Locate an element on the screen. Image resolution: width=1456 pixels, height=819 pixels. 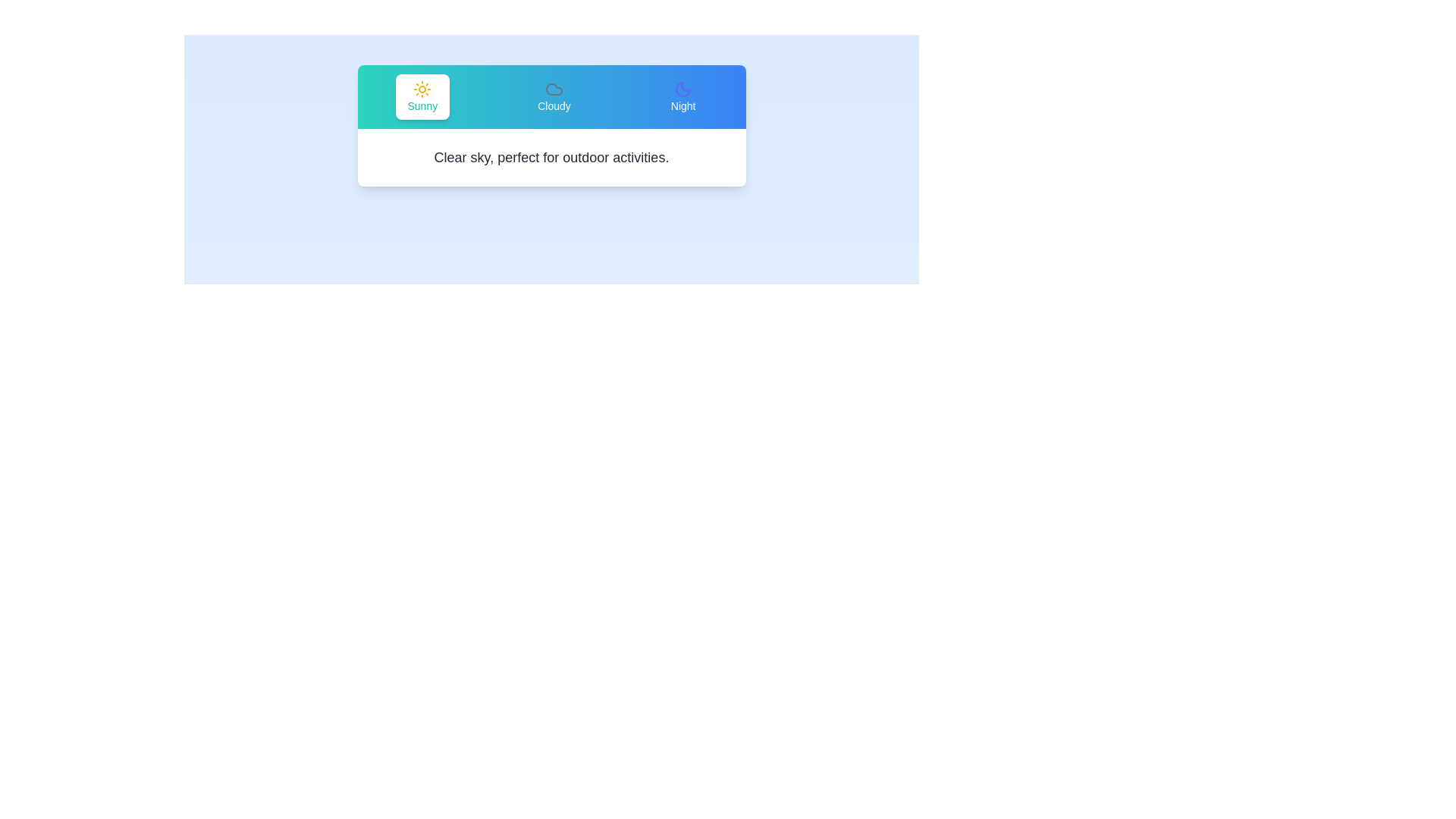
the Cloudy tab is located at coordinates (553, 96).